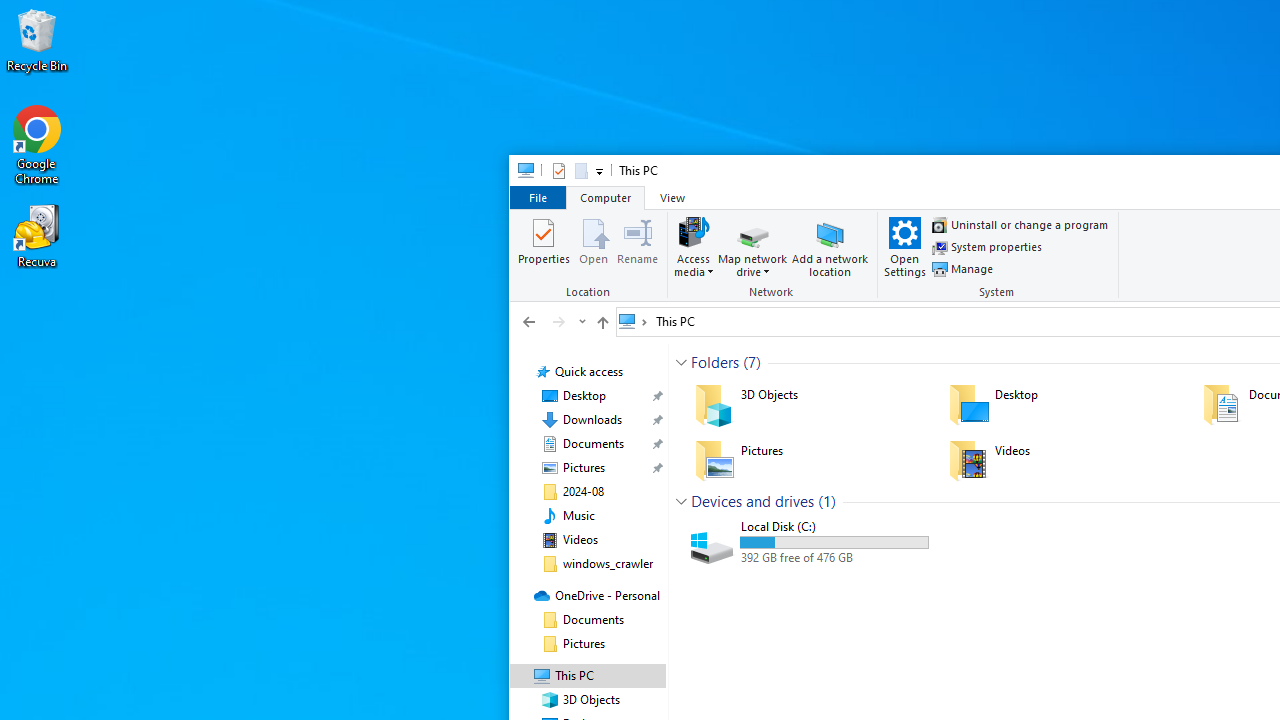 The height and width of the screenshot is (720, 1280). What do you see at coordinates (999, 255) in the screenshot?
I see `'System'` at bounding box center [999, 255].